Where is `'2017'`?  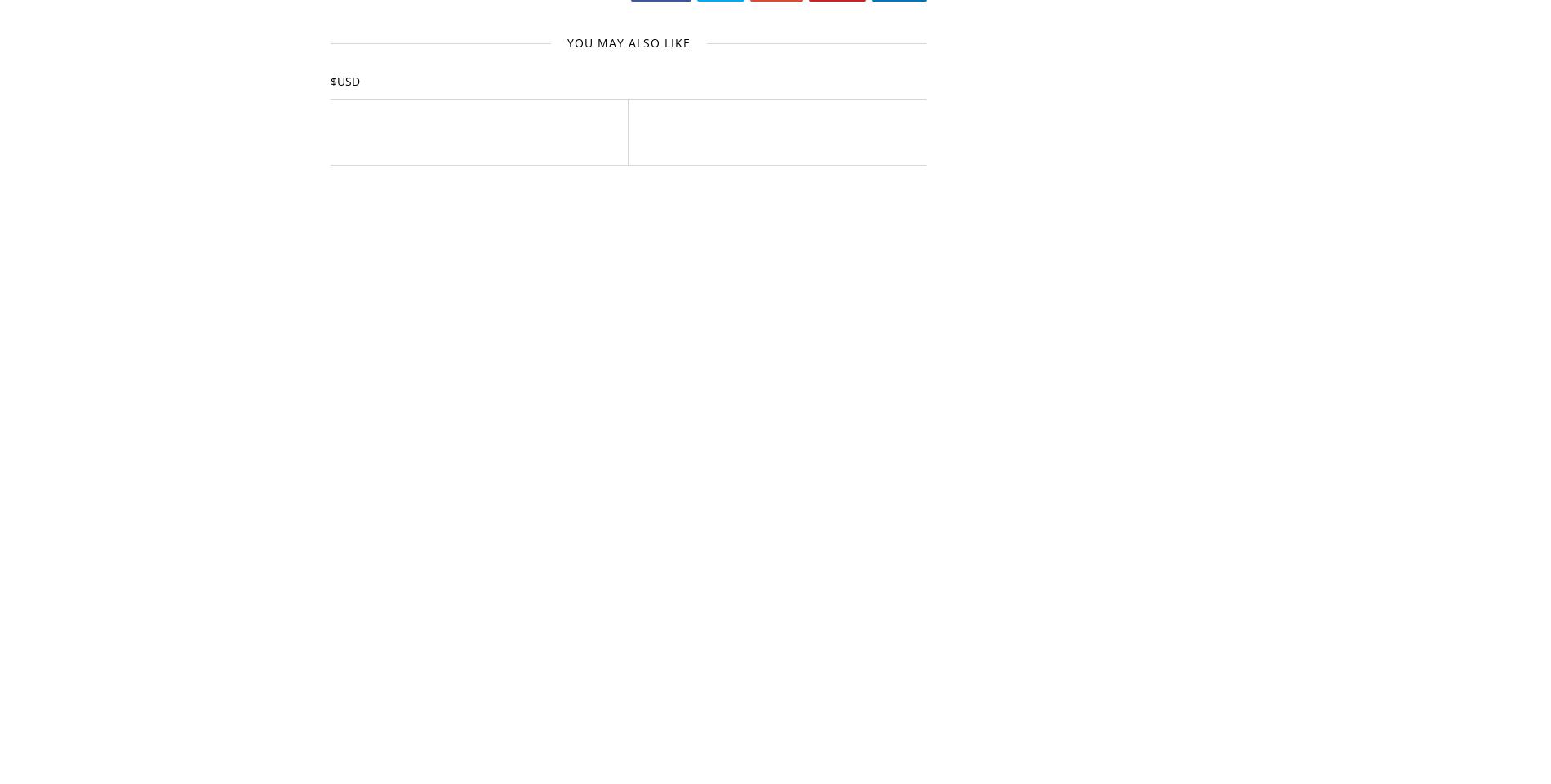
'2017' is located at coordinates (1014, 491).